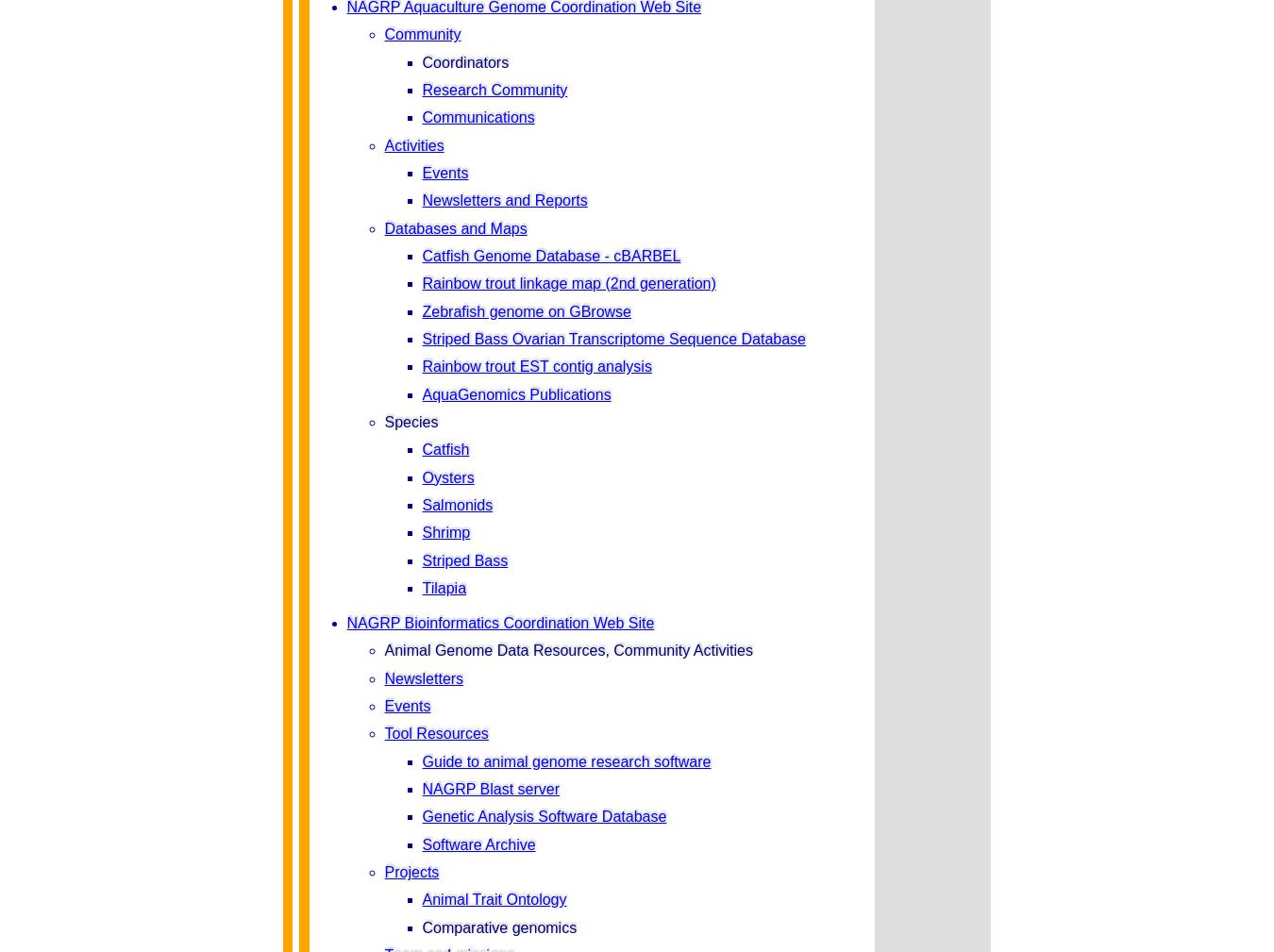 The width and height of the screenshot is (1274, 952). I want to click on 'Newsletters and Reports', so click(503, 199).